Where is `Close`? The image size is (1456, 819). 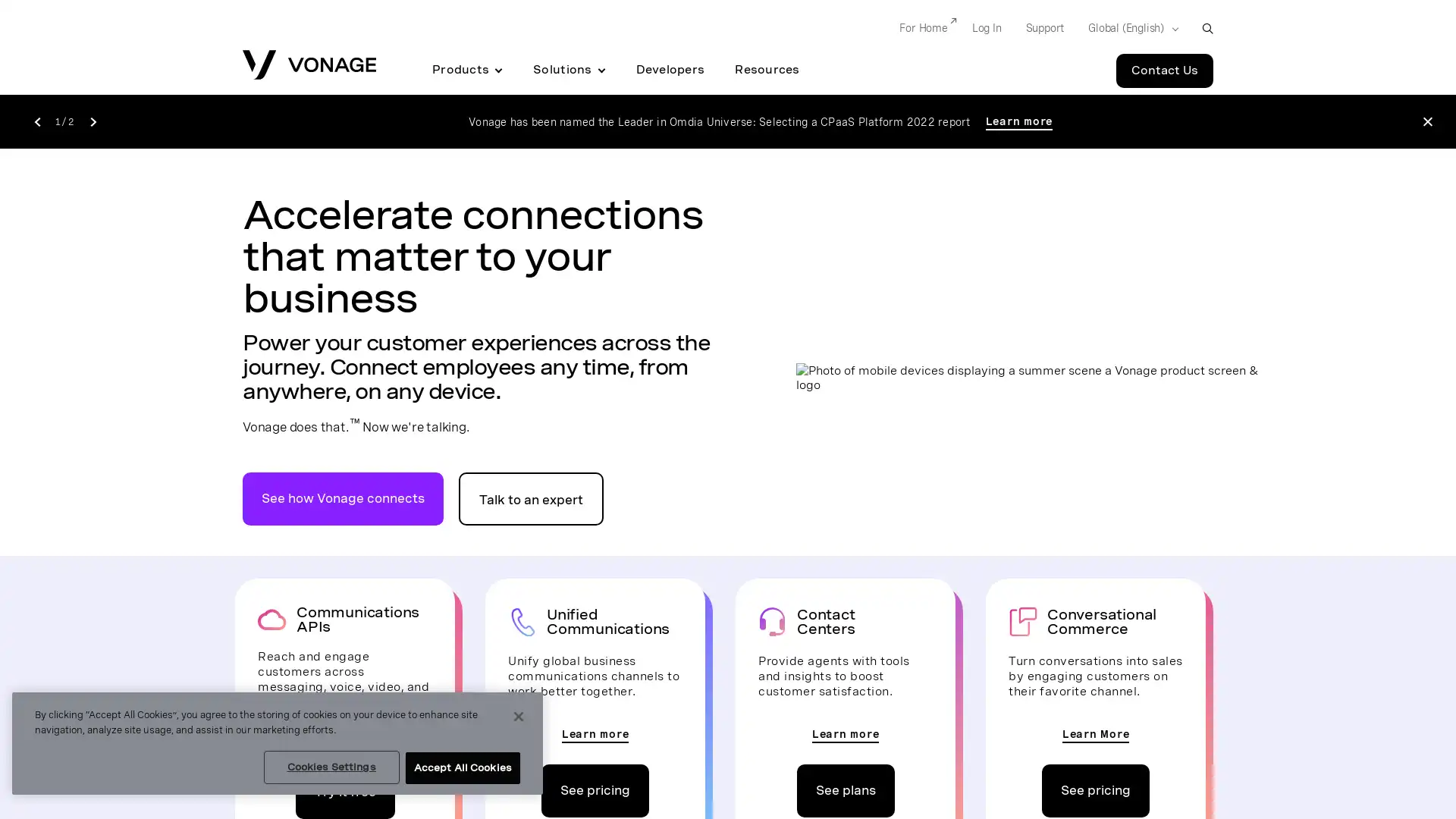 Close is located at coordinates (519, 717).